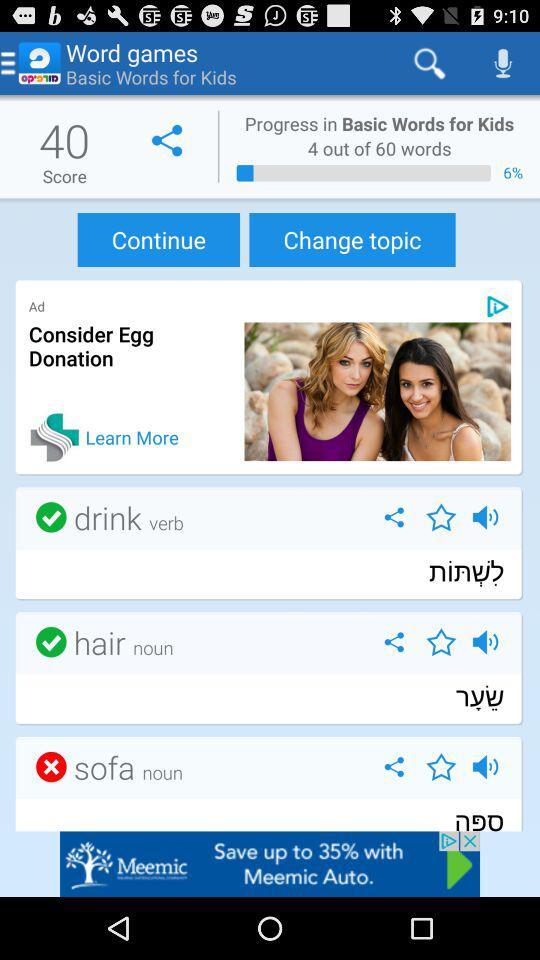  Describe the element at coordinates (496, 306) in the screenshot. I see `pick playstore` at that location.